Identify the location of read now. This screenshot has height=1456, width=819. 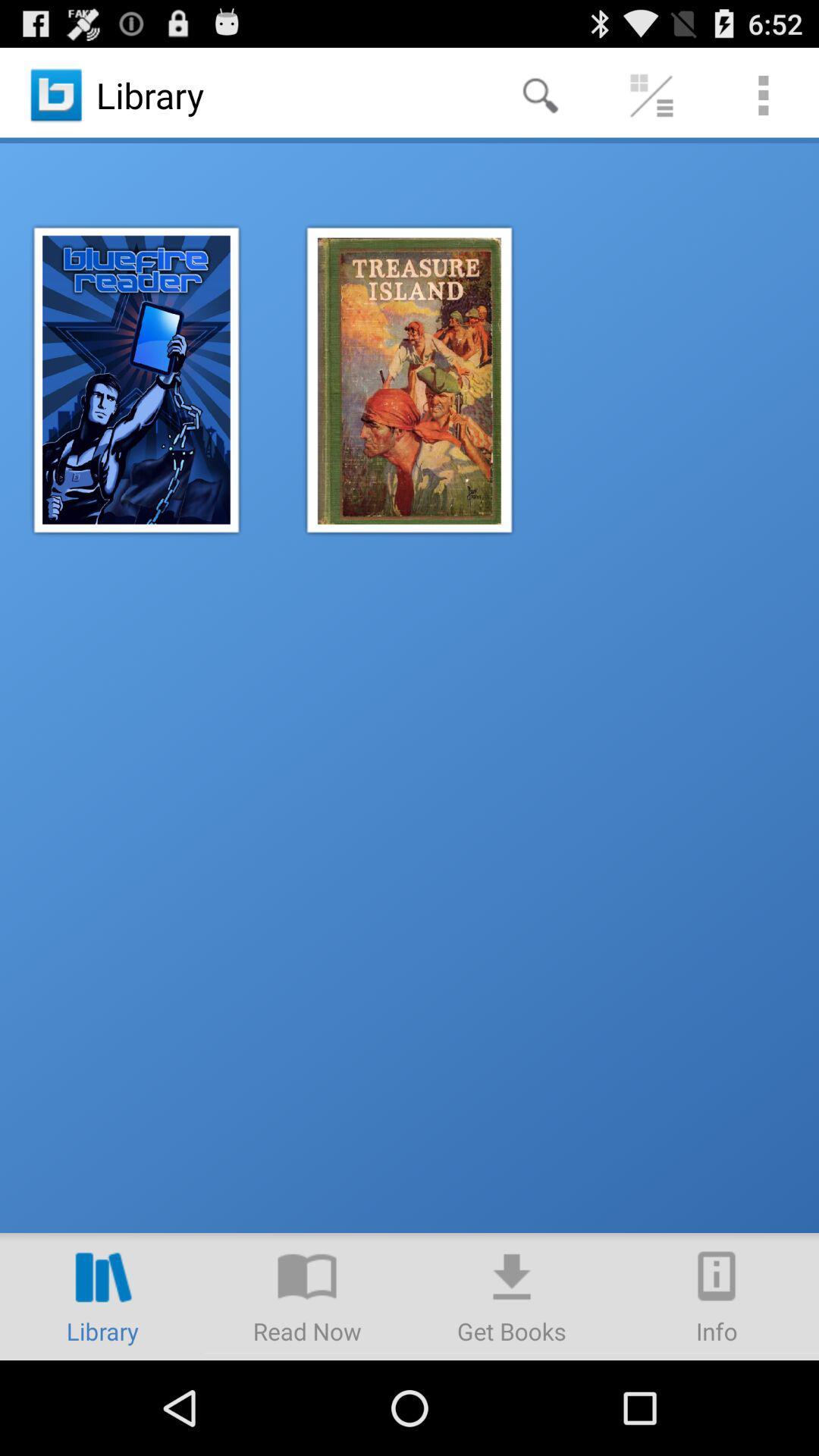
(307, 1295).